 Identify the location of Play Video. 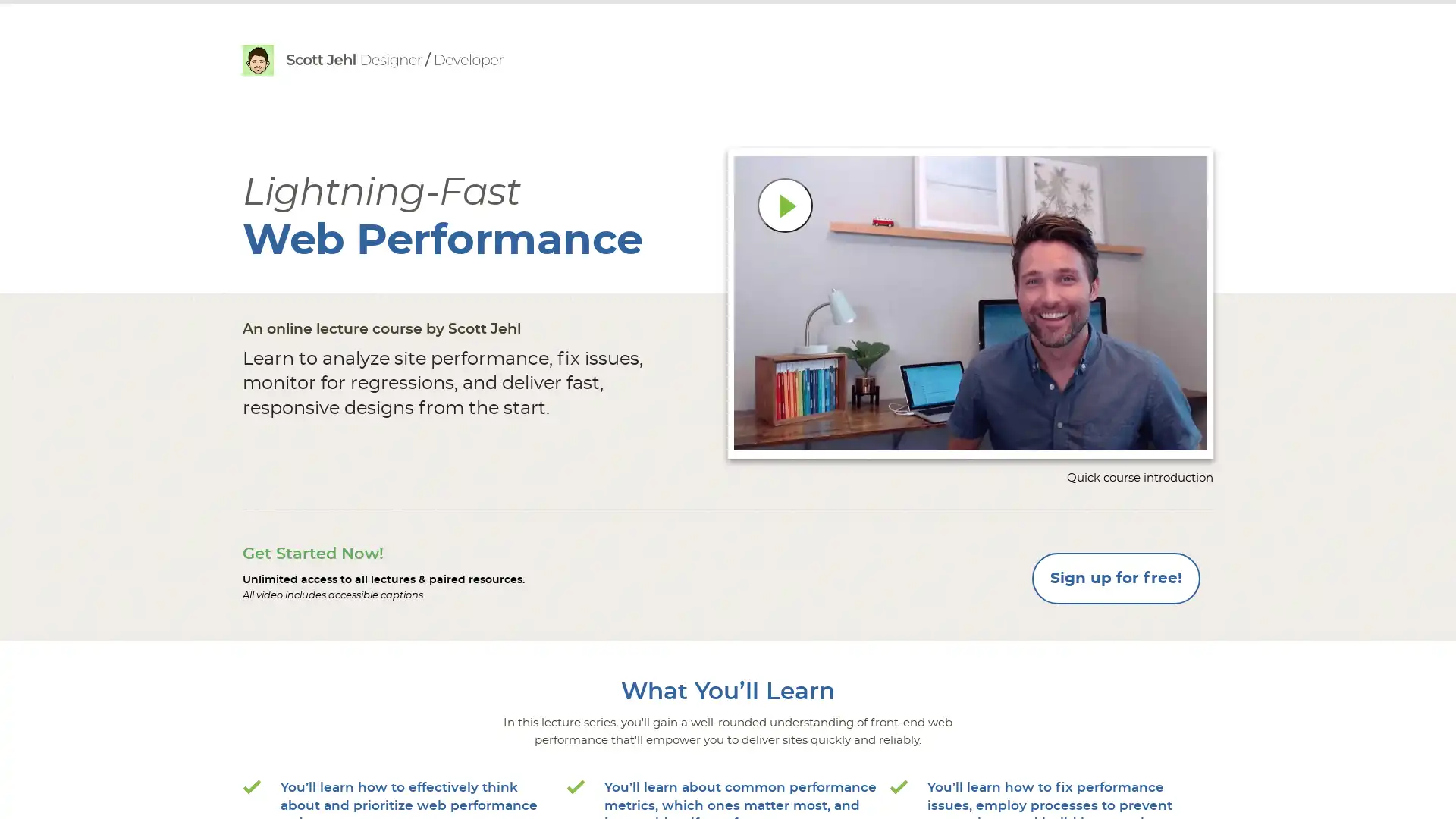
(785, 205).